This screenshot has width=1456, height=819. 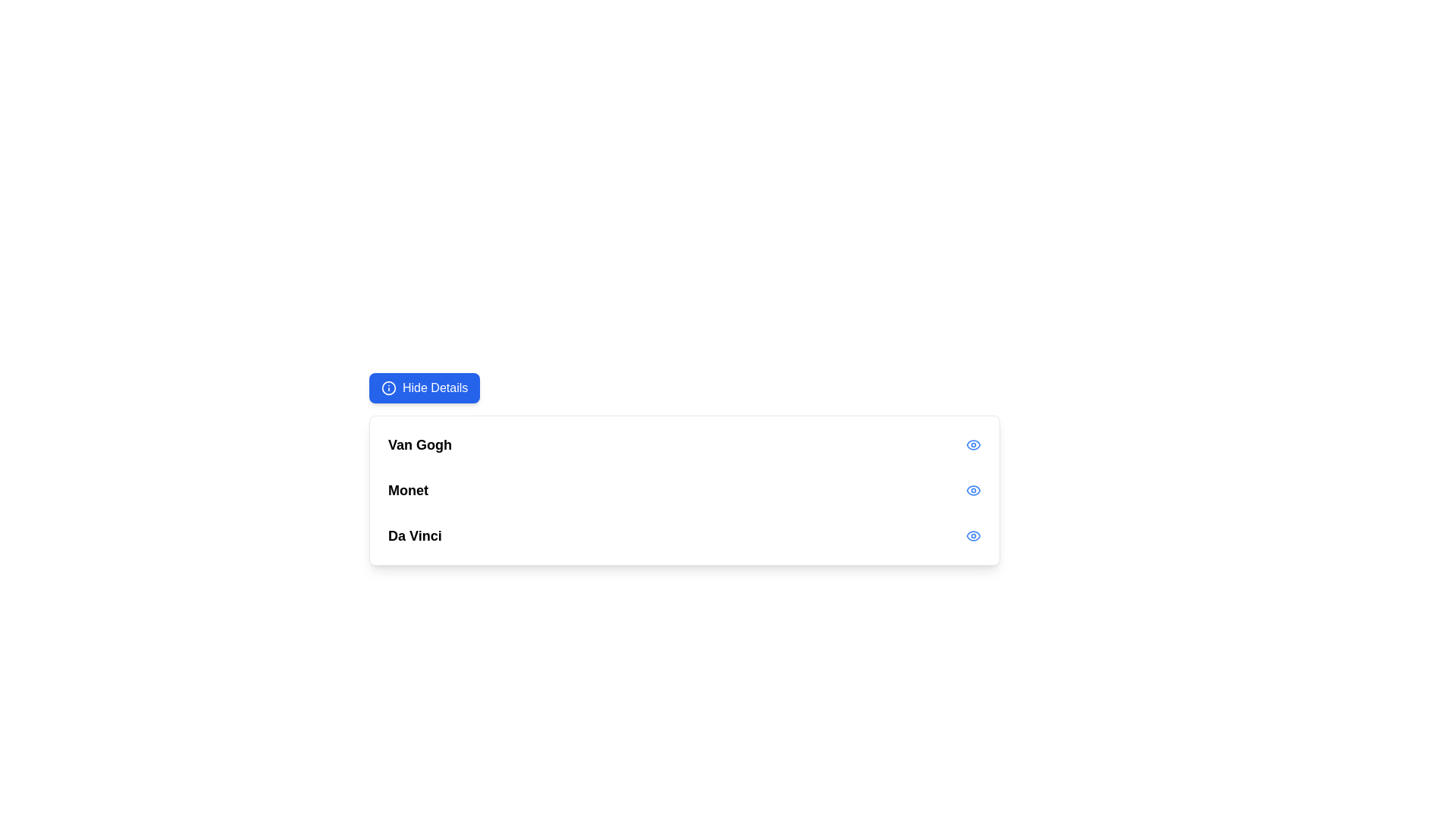 What do you see at coordinates (408, 491) in the screenshot?
I see `the text label 'Monet' from its position in the vertical list` at bounding box center [408, 491].